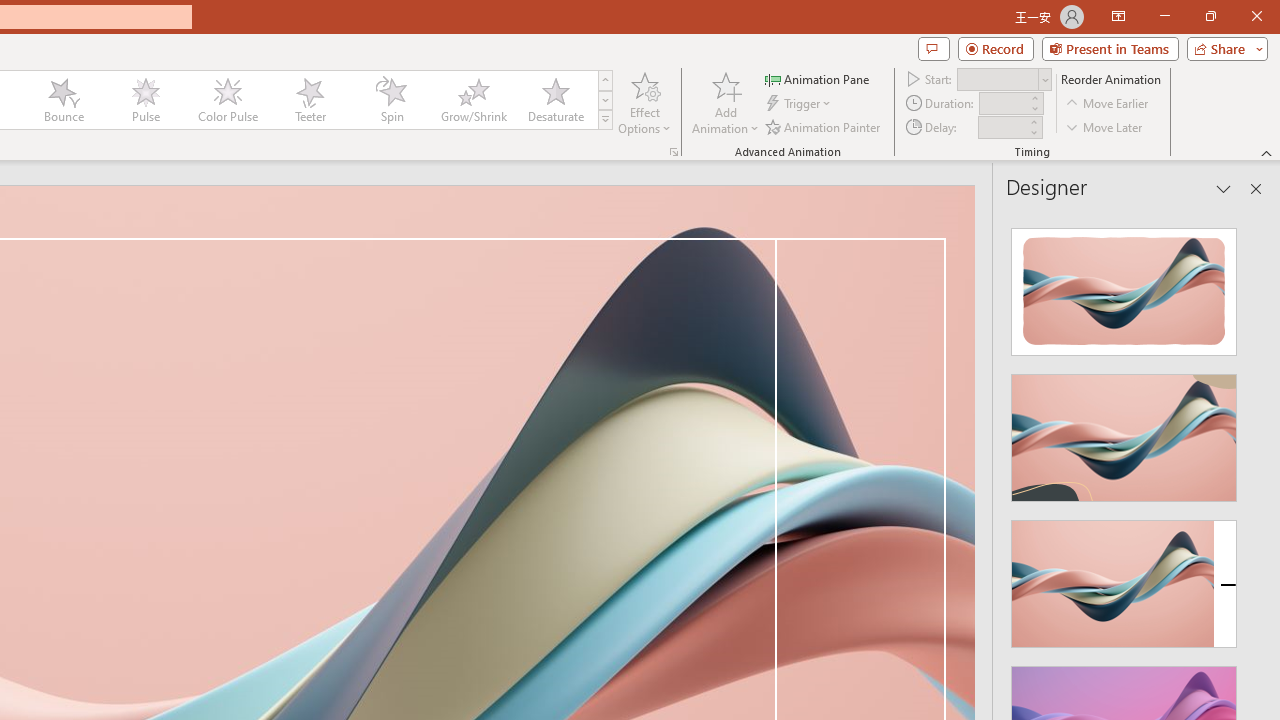 This screenshot has height=720, width=1280. What do you see at coordinates (1106, 103) in the screenshot?
I see `'Move Earlier'` at bounding box center [1106, 103].